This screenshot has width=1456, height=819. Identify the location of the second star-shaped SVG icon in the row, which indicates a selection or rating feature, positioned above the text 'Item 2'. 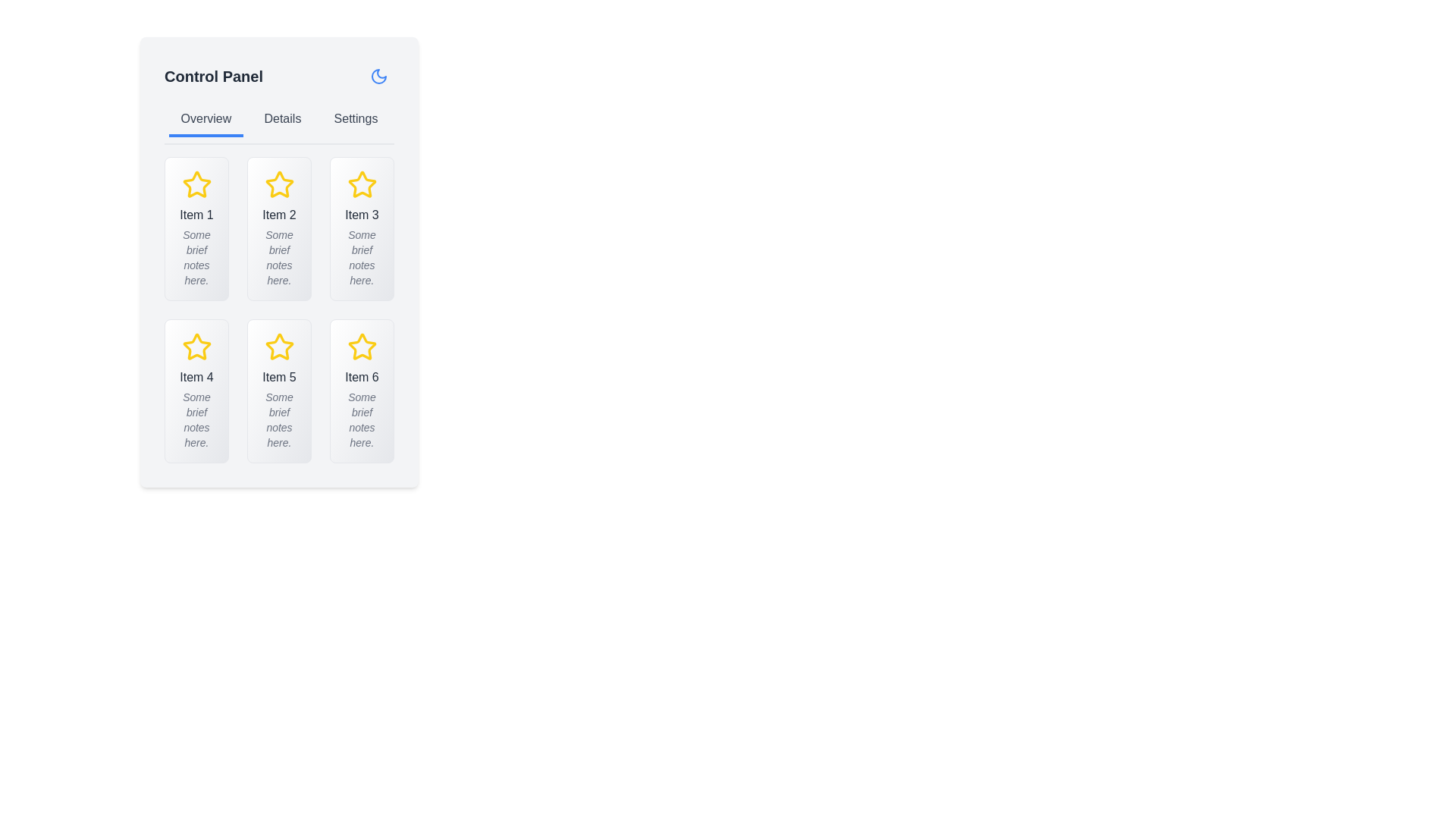
(279, 184).